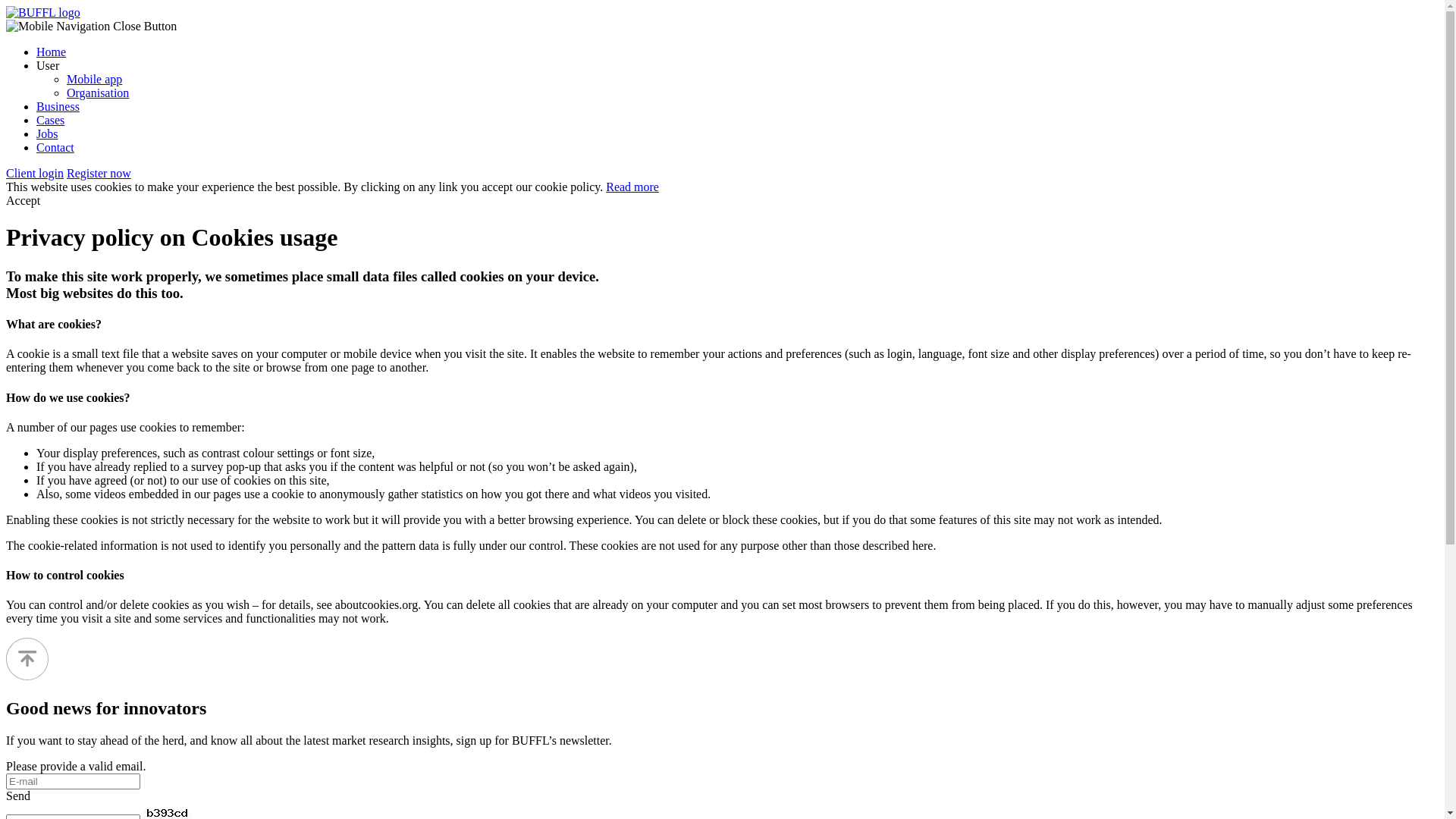 This screenshot has width=1456, height=819. Describe the element at coordinates (97, 93) in the screenshot. I see `'Organisation'` at that location.